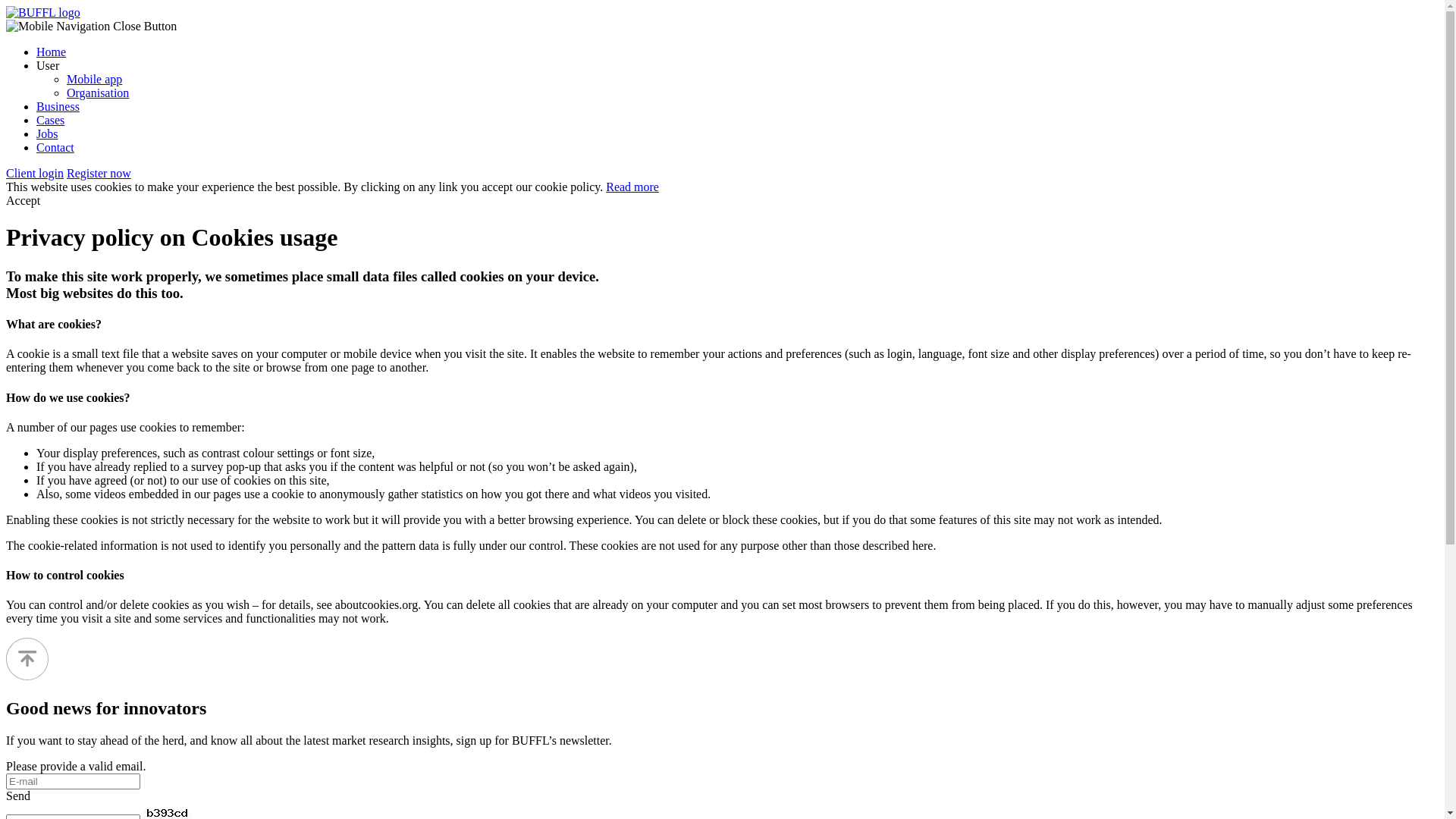 This screenshot has width=1456, height=819. Describe the element at coordinates (97, 93) in the screenshot. I see `'Organisation'` at that location.